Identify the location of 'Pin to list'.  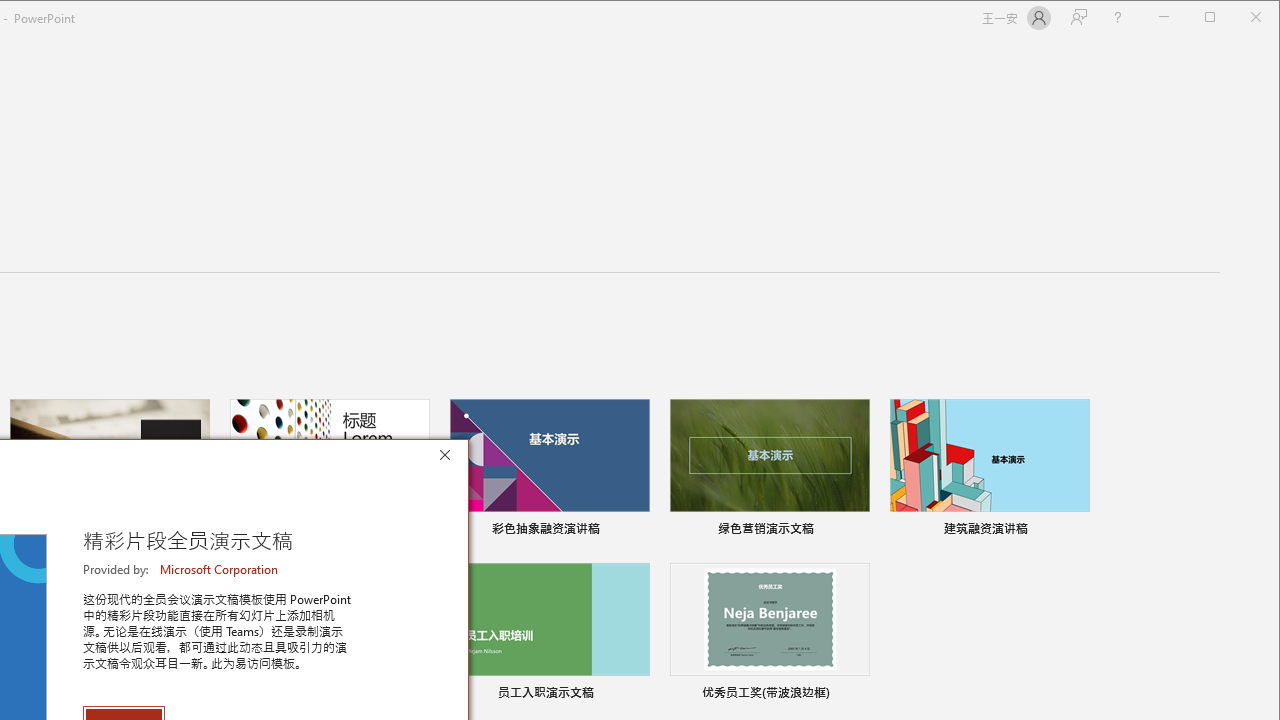
(856, 694).